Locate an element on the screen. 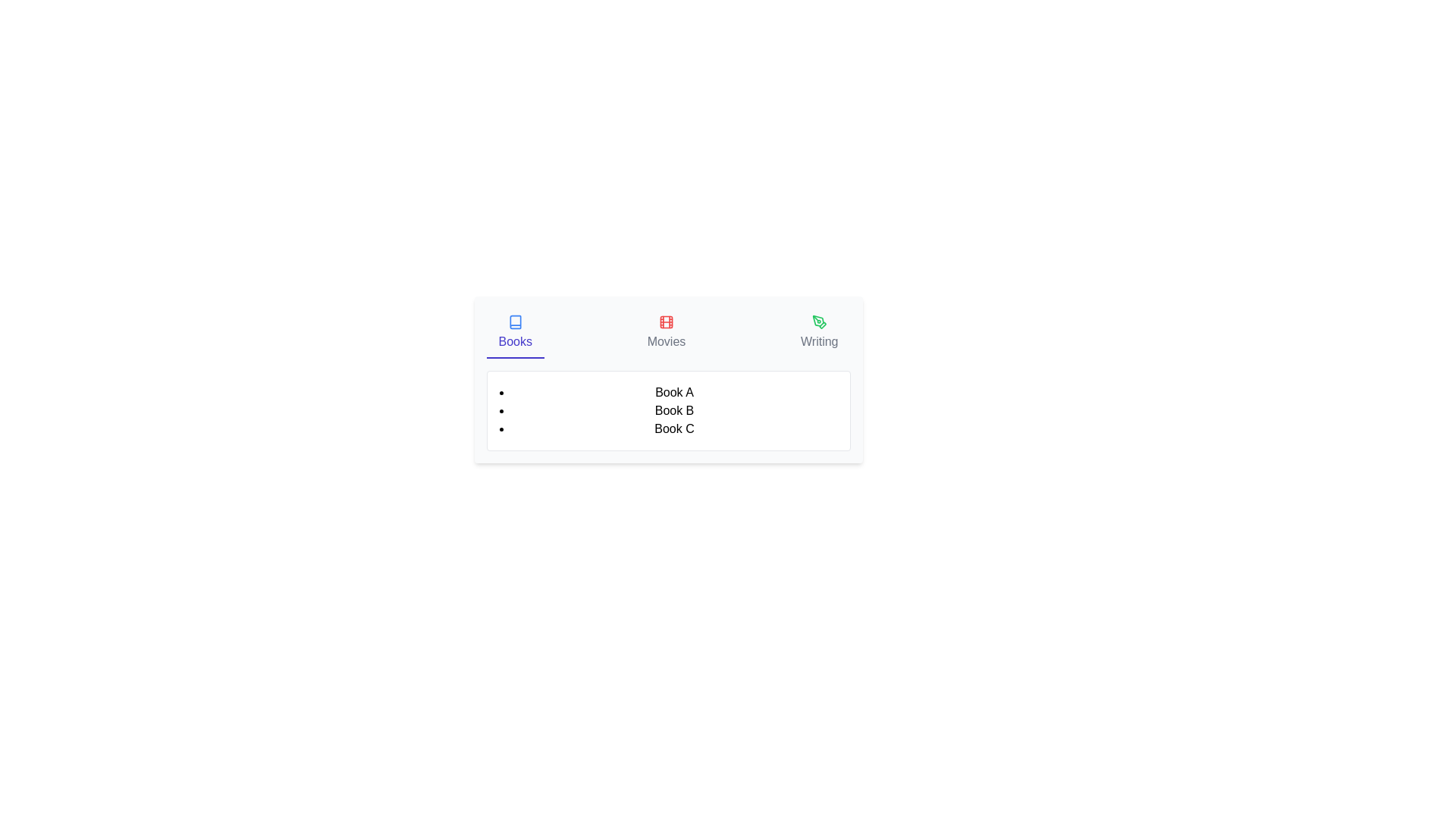 The width and height of the screenshot is (1456, 819). the Books tab is located at coordinates (515, 332).